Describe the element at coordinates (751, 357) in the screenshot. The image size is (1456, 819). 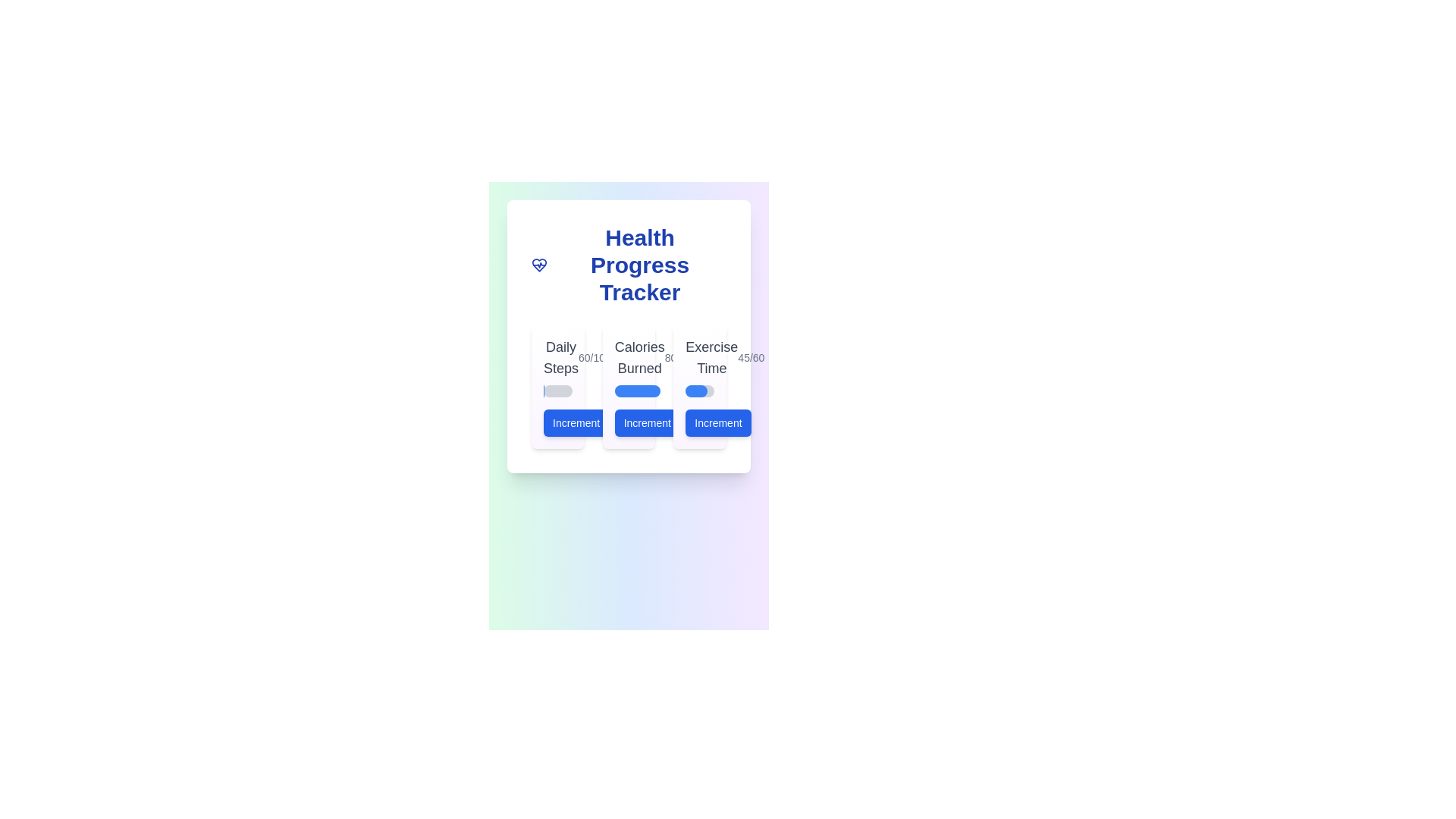
I see `progress indicator text label that shows the current exercise time, which indicates that 45 units out of a target of 60 have been reached, located within the 'Health Progress Tracker' interface` at that location.